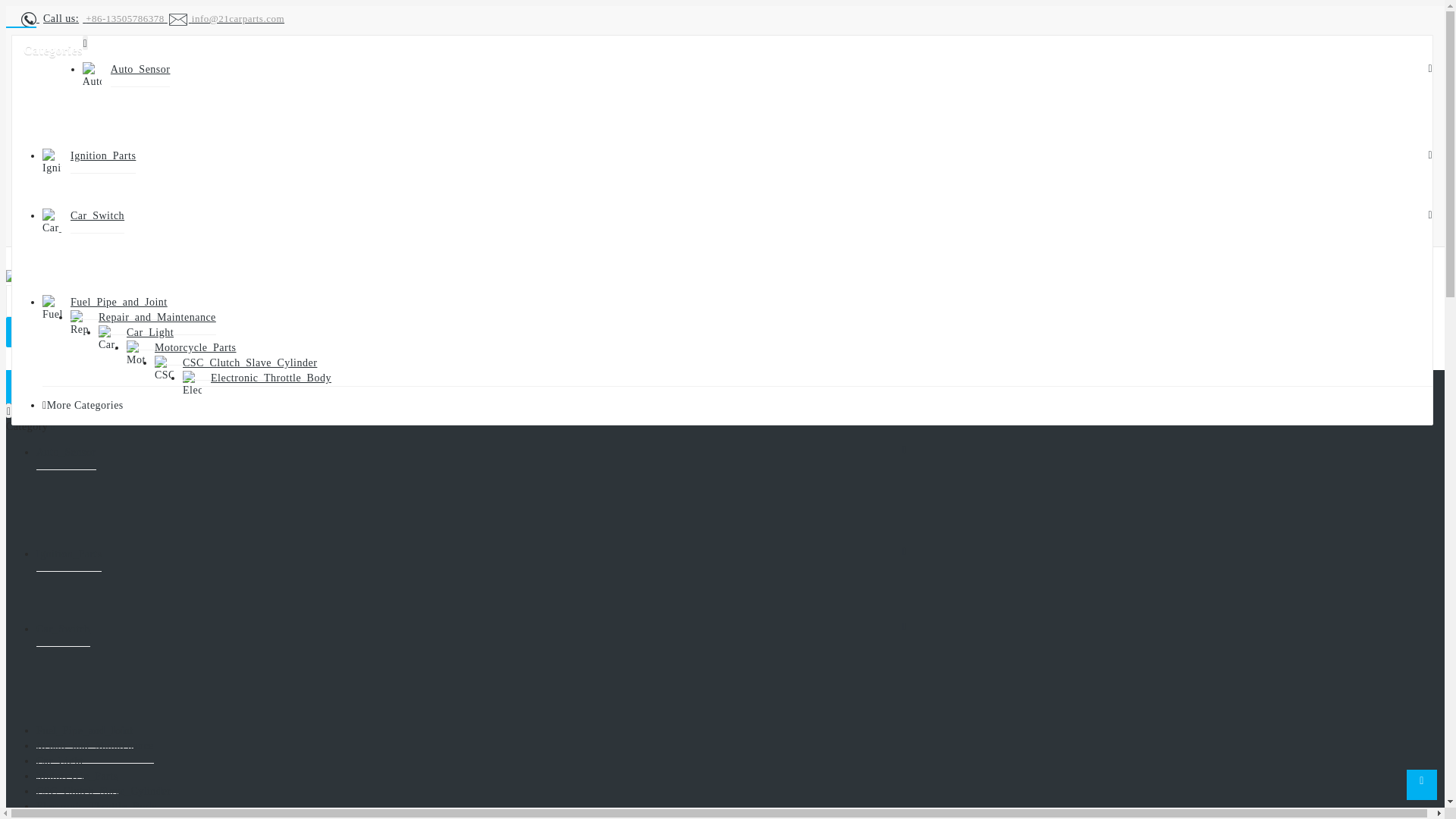 The height and width of the screenshot is (819, 1456). What do you see at coordinates (51, 176) in the screenshot?
I see `'My Account '` at bounding box center [51, 176].